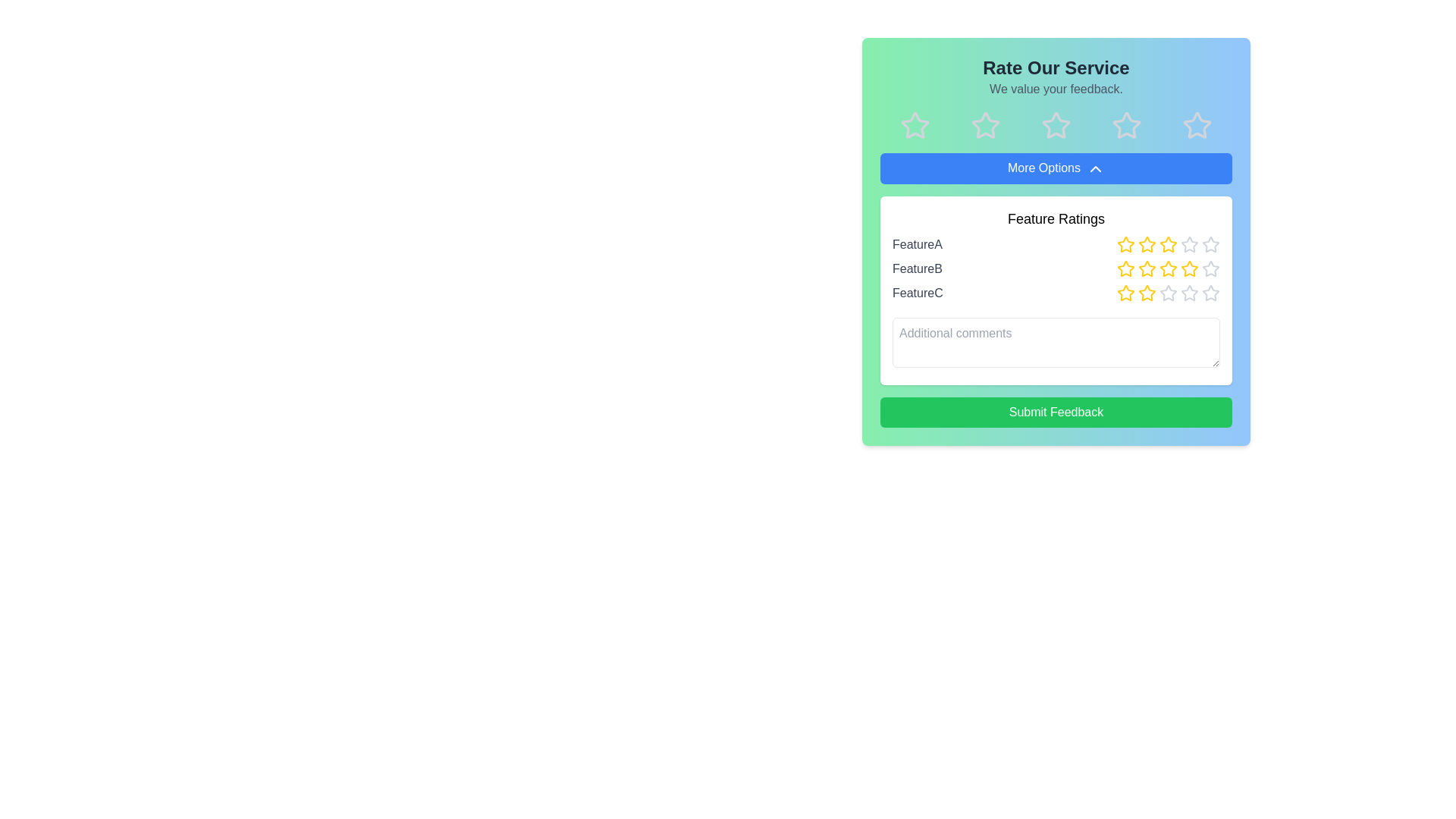 Image resolution: width=1456 pixels, height=819 pixels. What do you see at coordinates (1210, 292) in the screenshot?
I see `the fifth star rating button for 'FeatureC' in the feedback interface` at bounding box center [1210, 292].